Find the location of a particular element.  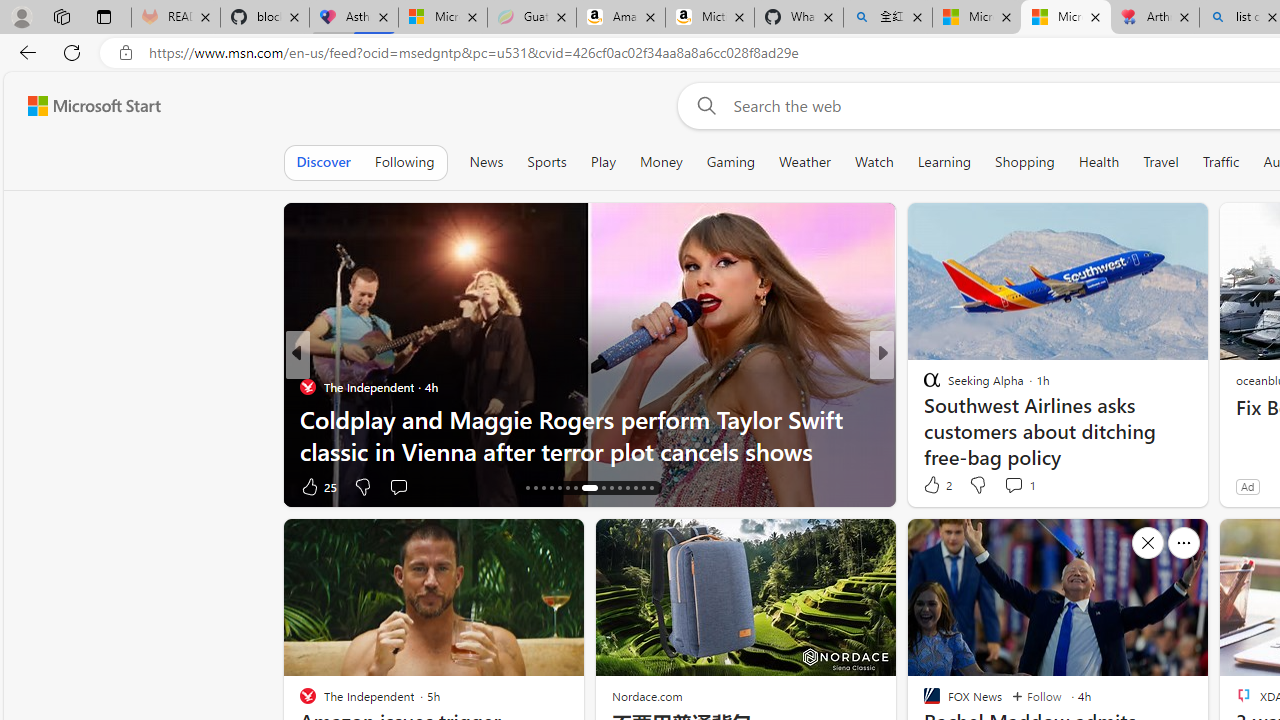

'Watch' is located at coordinates (874, 161).